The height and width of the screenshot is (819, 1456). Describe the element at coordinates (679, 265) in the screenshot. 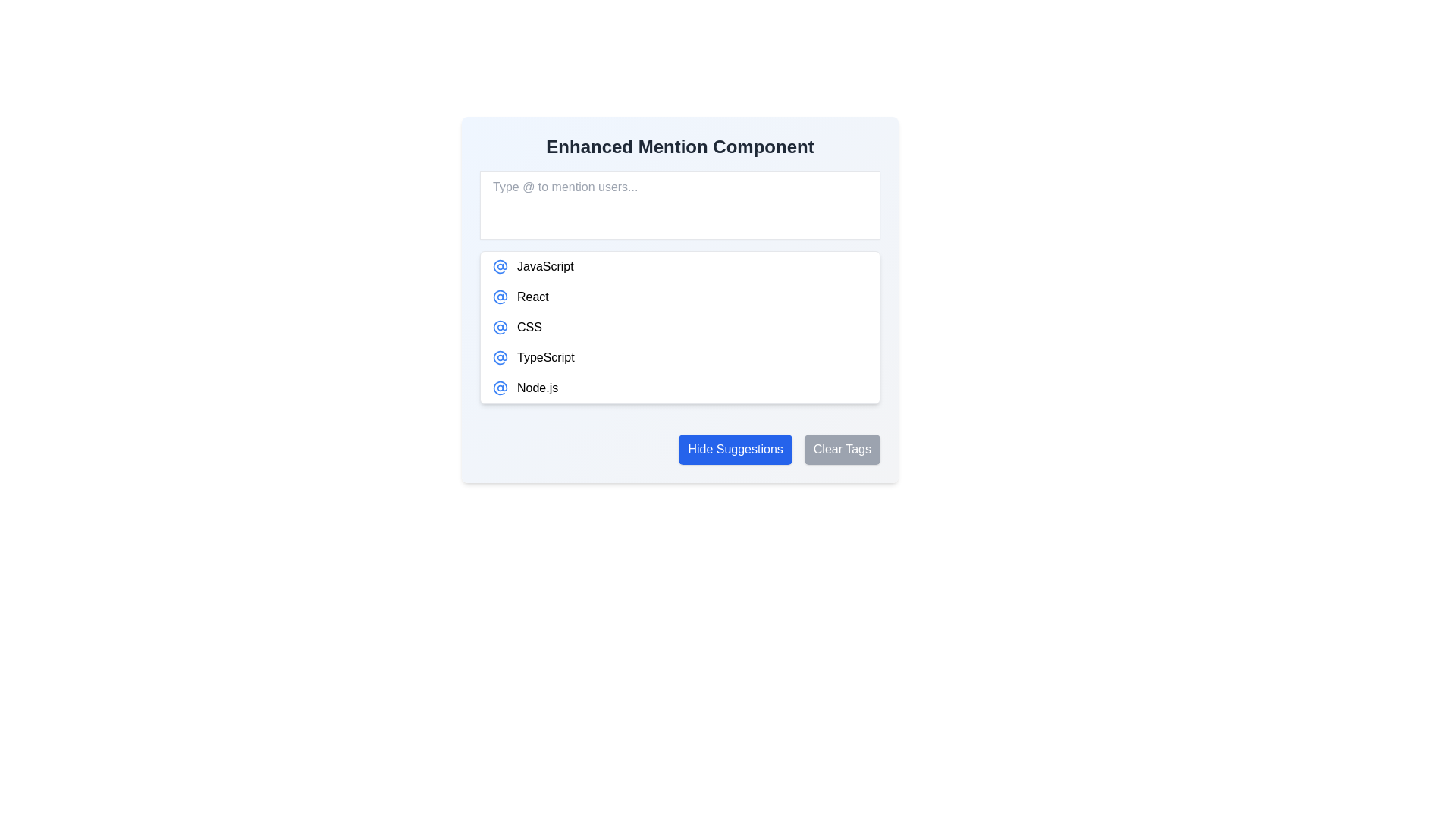

I see `the selectable list item labeled 'JavaScript'` at that location.